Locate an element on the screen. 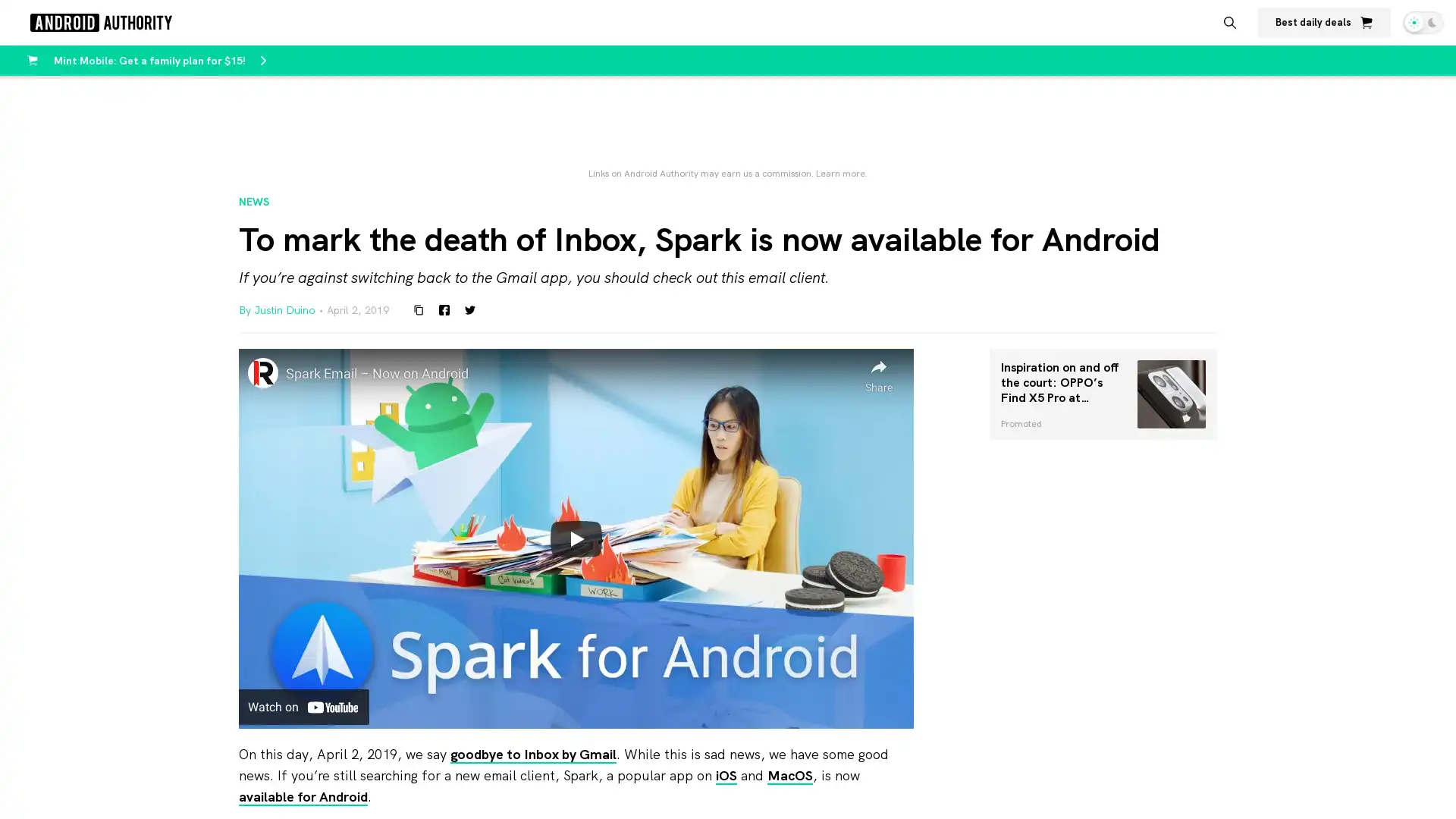 Image resolution: width=1456 pixels, height=819 pixels. Copy is located at coordinates (419, 309).